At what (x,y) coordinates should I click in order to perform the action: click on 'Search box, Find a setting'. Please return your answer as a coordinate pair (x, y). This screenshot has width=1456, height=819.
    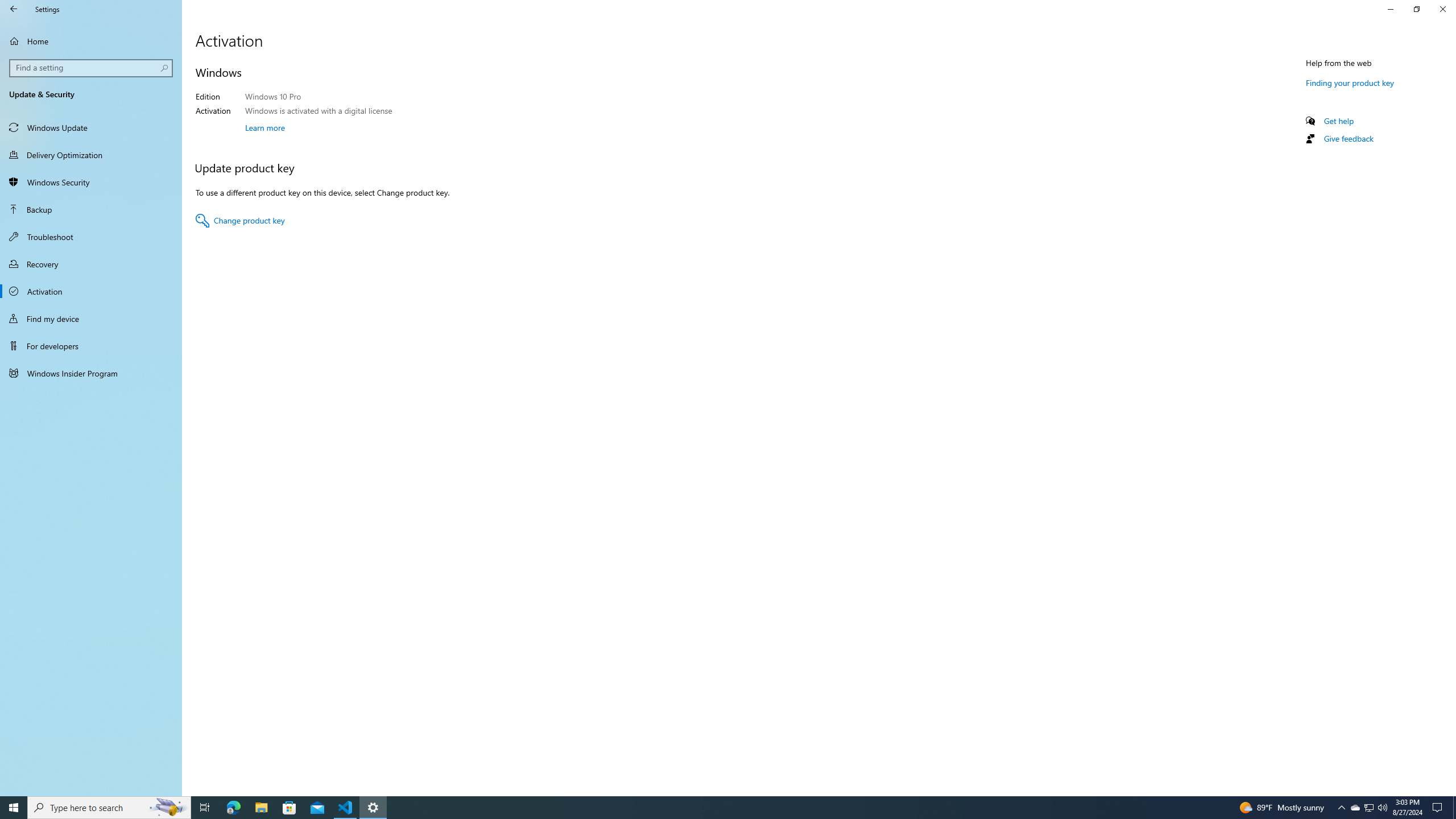
    Looking at the image, I should click on (91, 67).